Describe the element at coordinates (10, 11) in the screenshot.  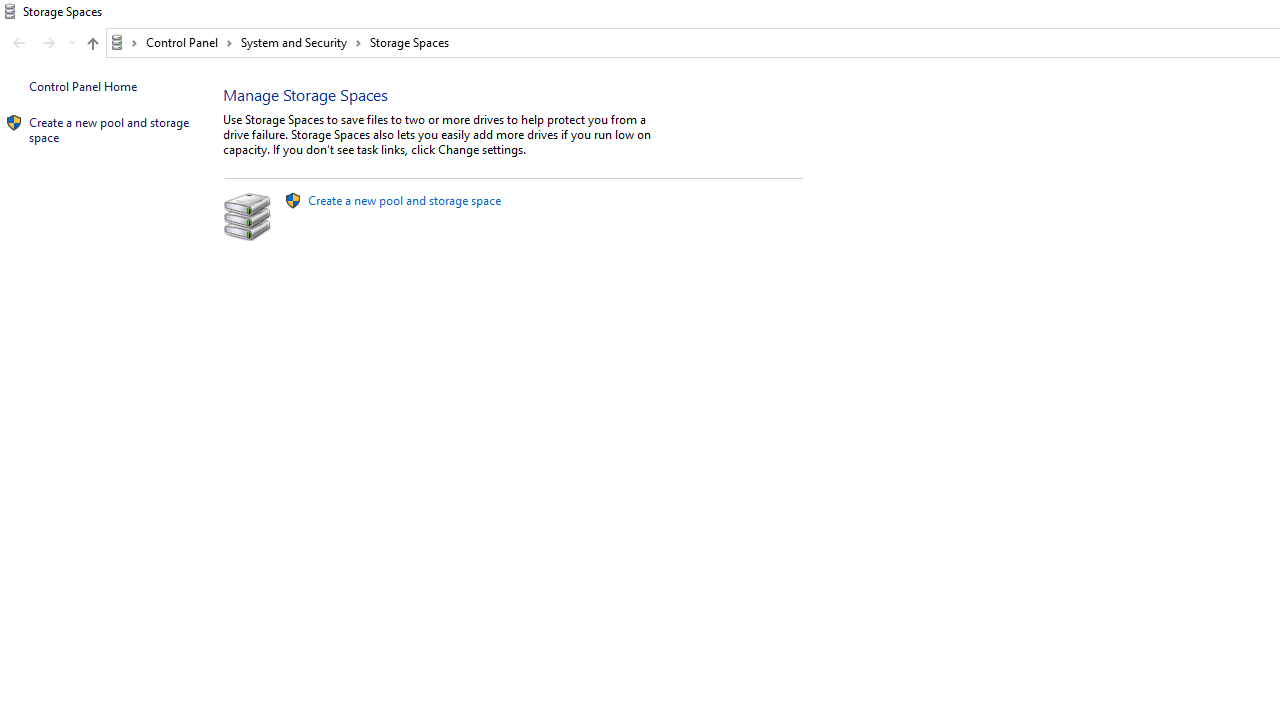
I see `'System'` at that location.